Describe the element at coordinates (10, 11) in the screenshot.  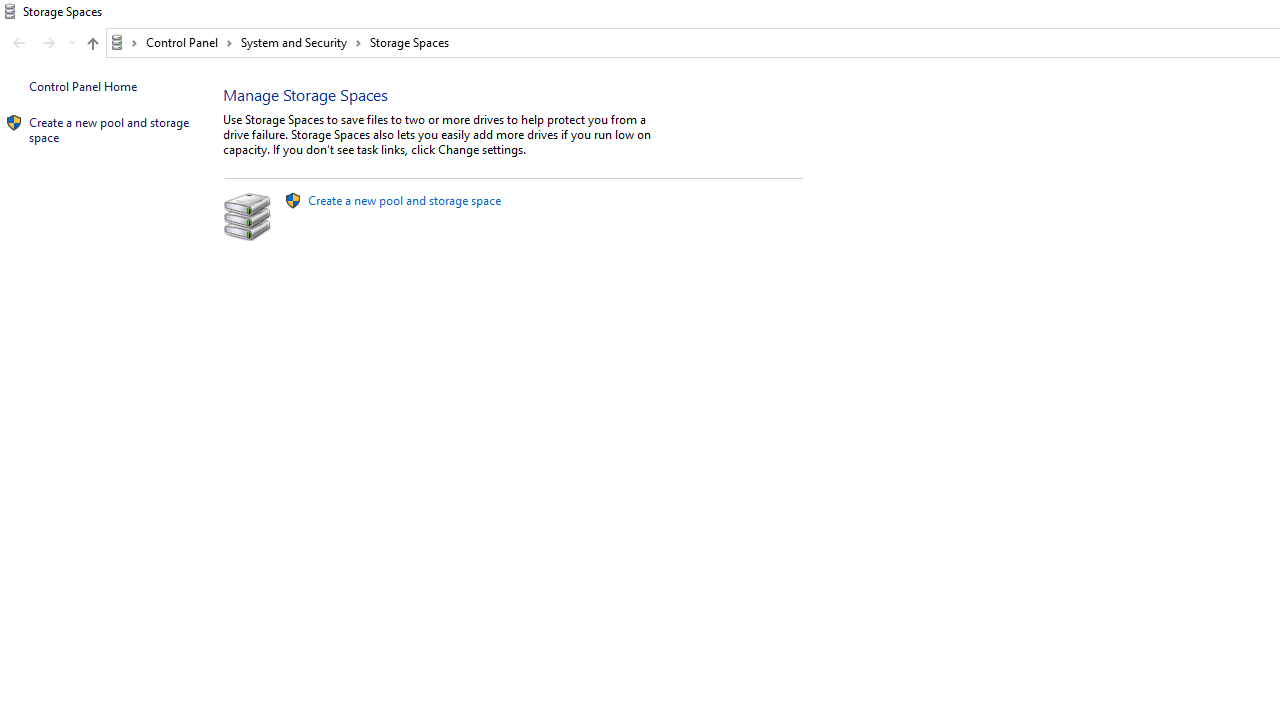
I see `'System'` at that location.